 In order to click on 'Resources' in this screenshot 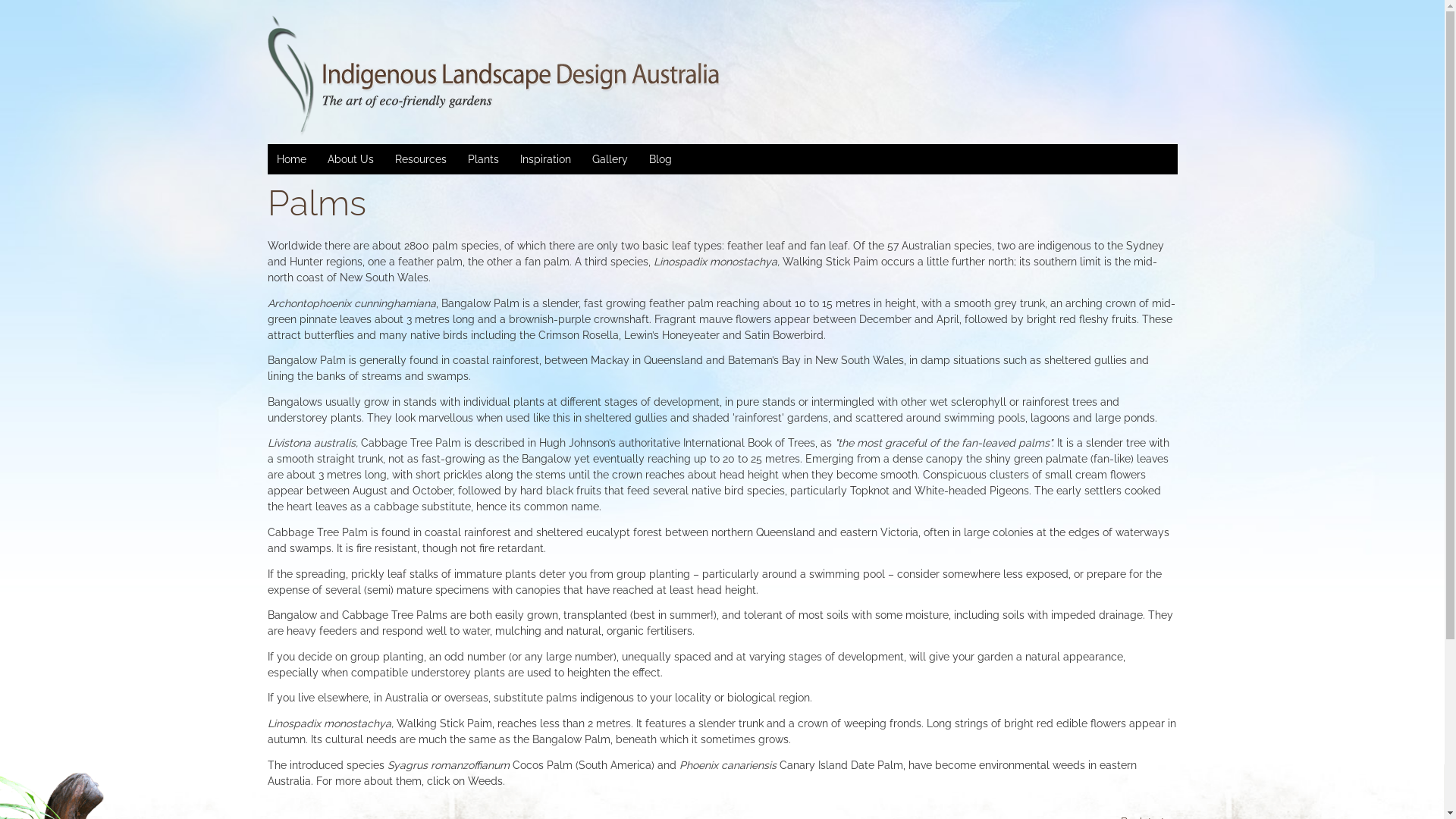, I will do `click(419, 158)`.